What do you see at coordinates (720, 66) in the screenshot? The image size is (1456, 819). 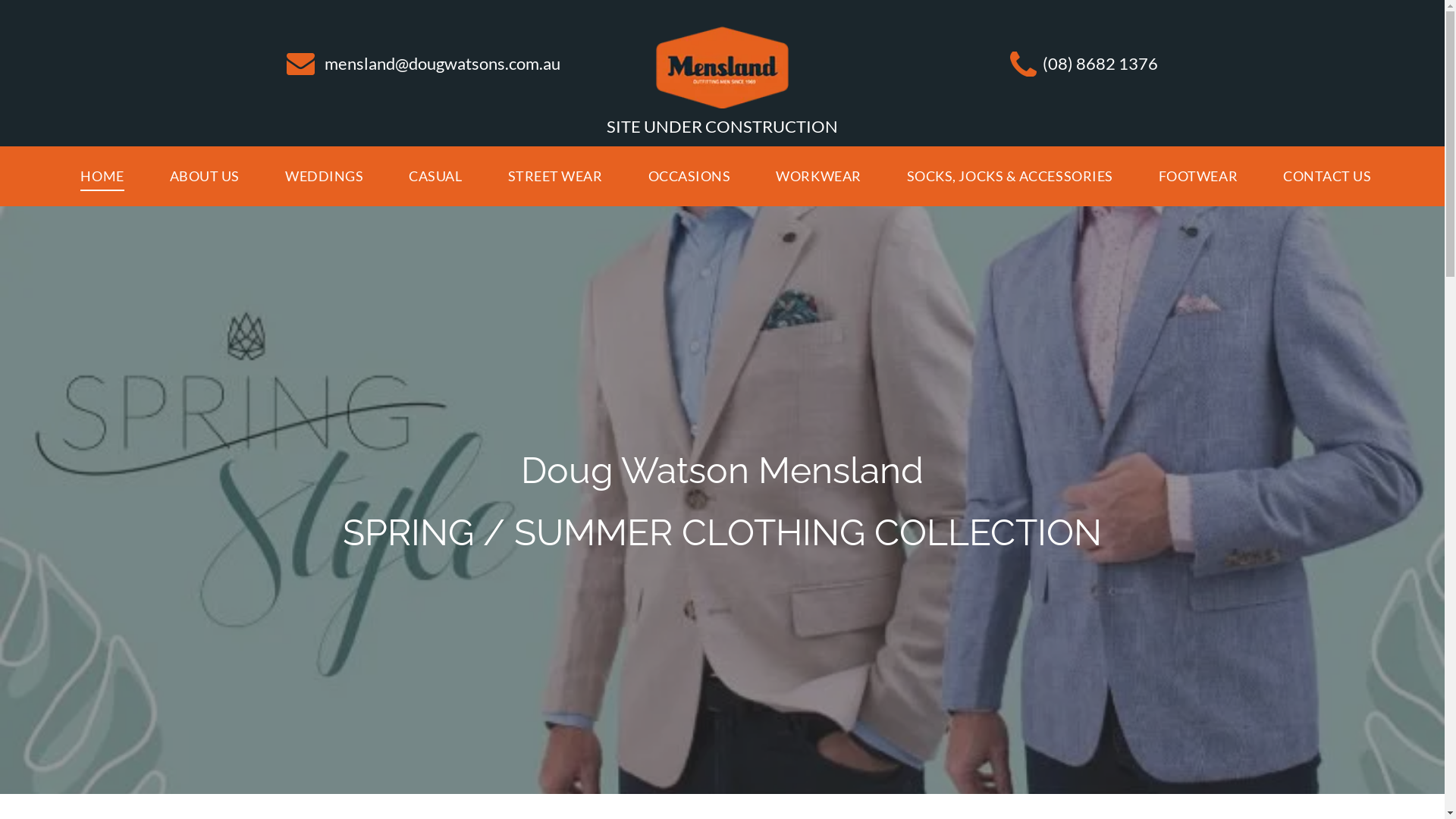 I see `'Mensland Logo'` at bounding box center [720, 66].